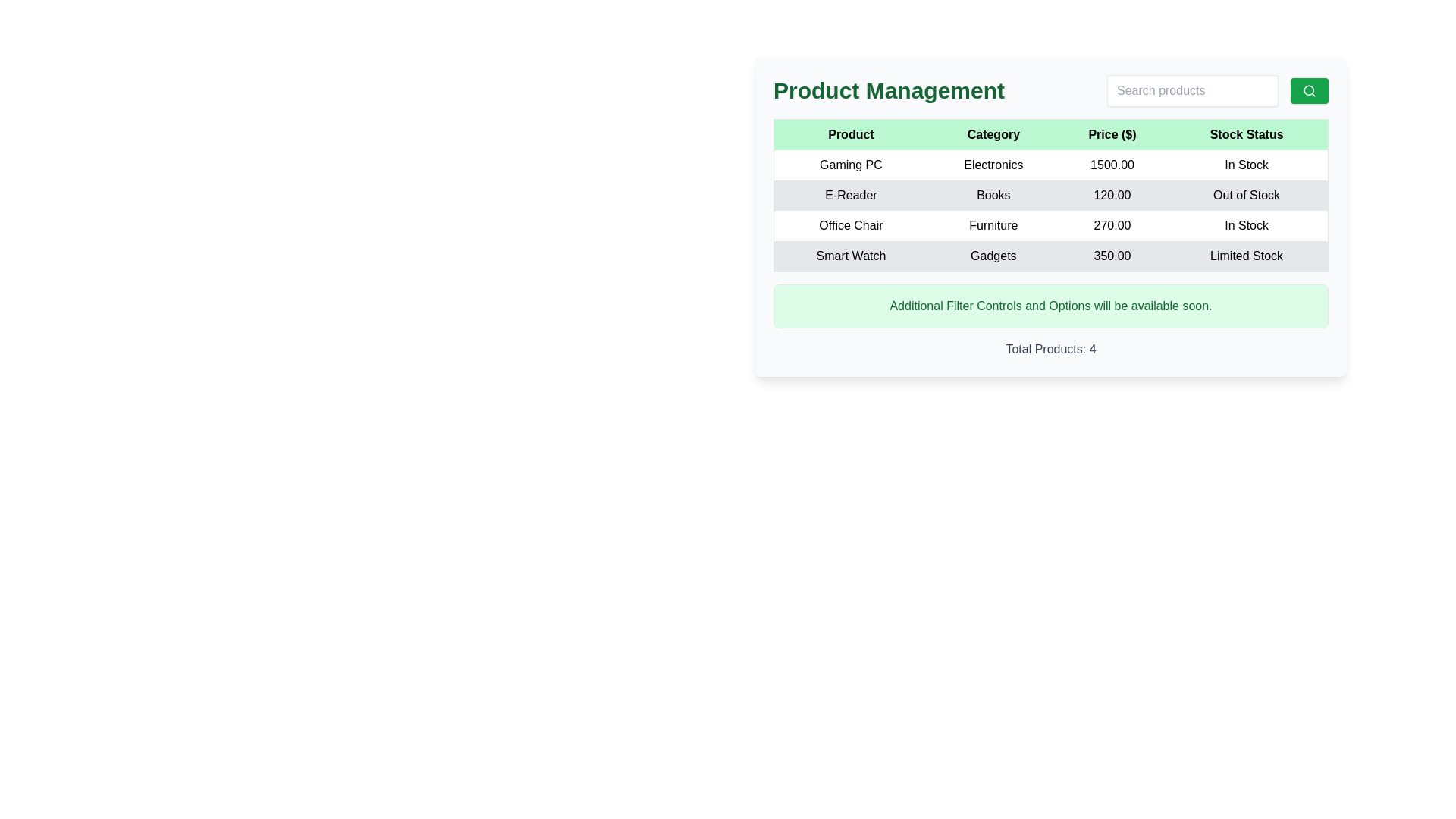 The width and height of the screenshot is (1456, 819). What do you see at coordinates (851, 165) in the screenshot?
I see `the text label reading 'Gaming PC' located in the first row of the table under the 'Product' header` at bounding box center [851, 165].